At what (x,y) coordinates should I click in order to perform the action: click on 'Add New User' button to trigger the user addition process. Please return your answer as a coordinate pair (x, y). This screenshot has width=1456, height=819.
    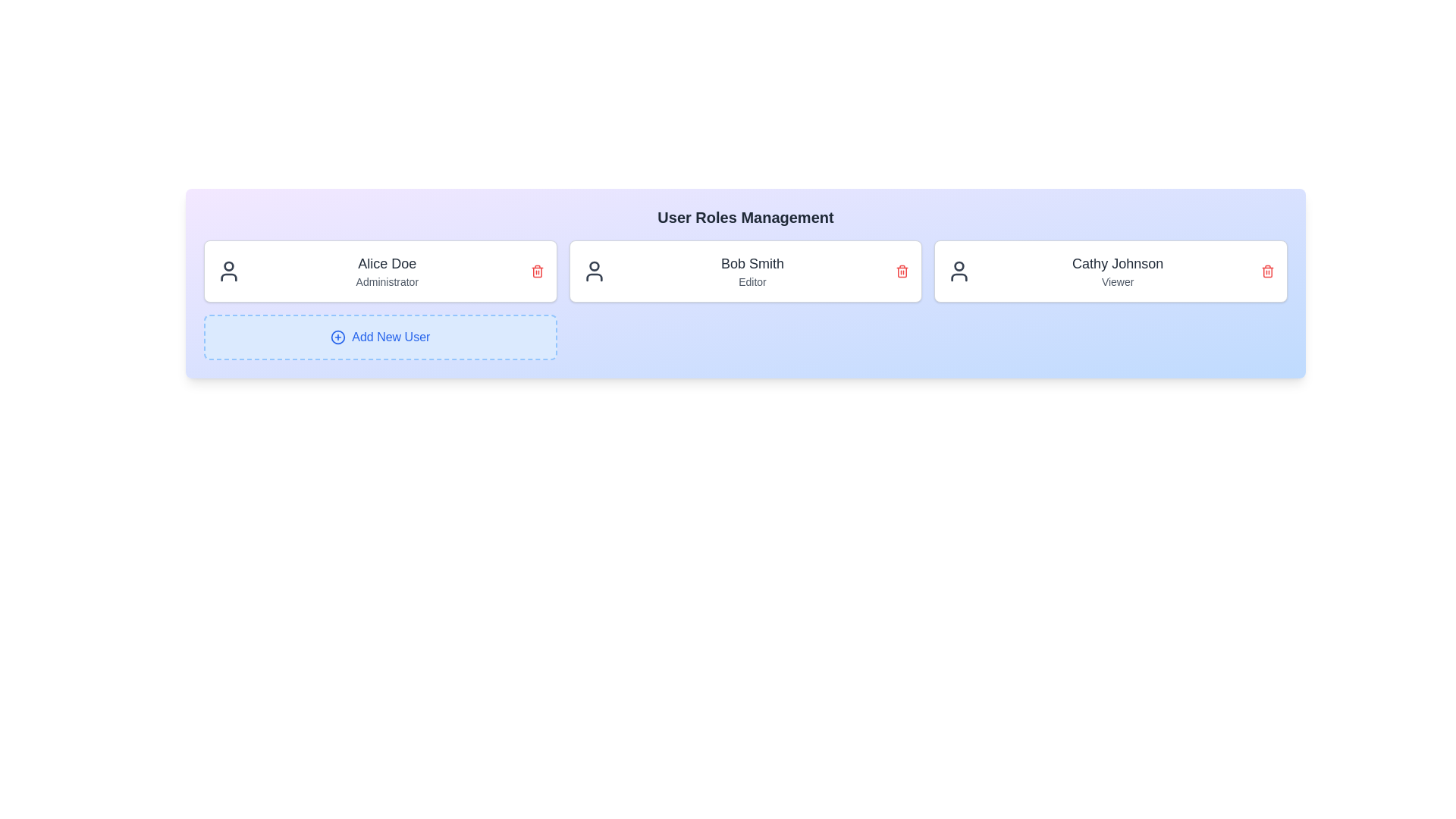
    Looking at the image, I should click on (380, 336).